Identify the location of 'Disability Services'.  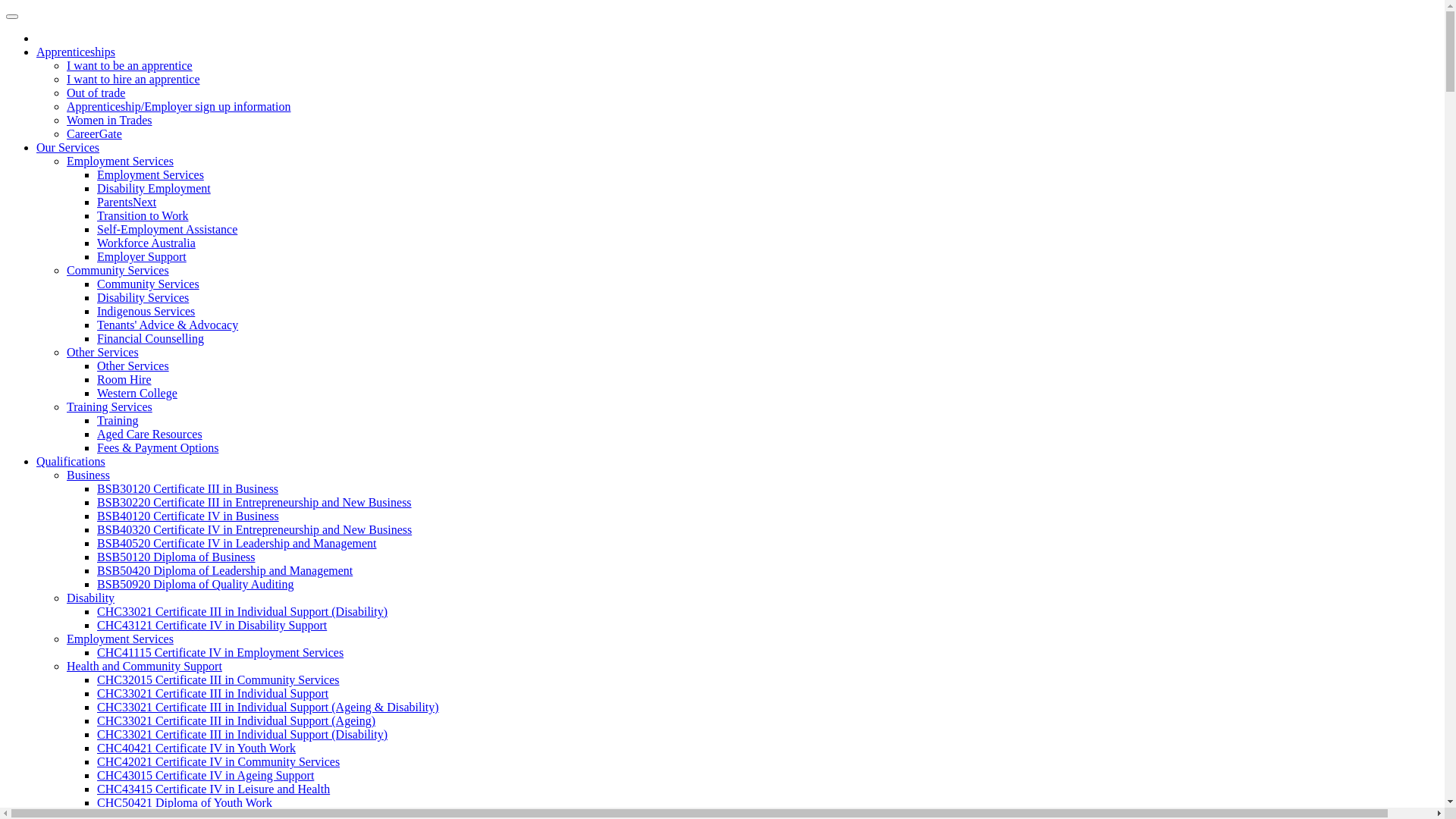
(143, 297).